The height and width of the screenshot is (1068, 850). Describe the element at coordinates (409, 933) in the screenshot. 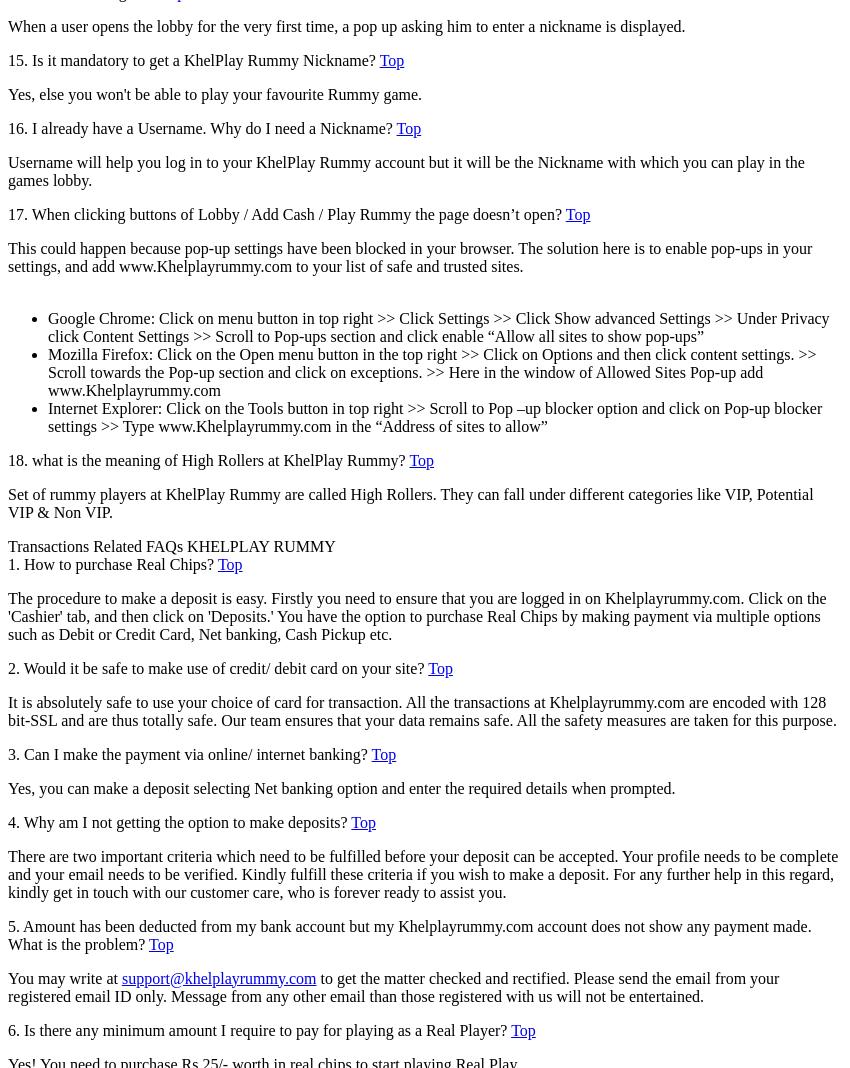

I see `'5. Amount has been deducted from my bank account but my Khelplayrummy.com account does not show any payment made. What is the problem?'` at that location.